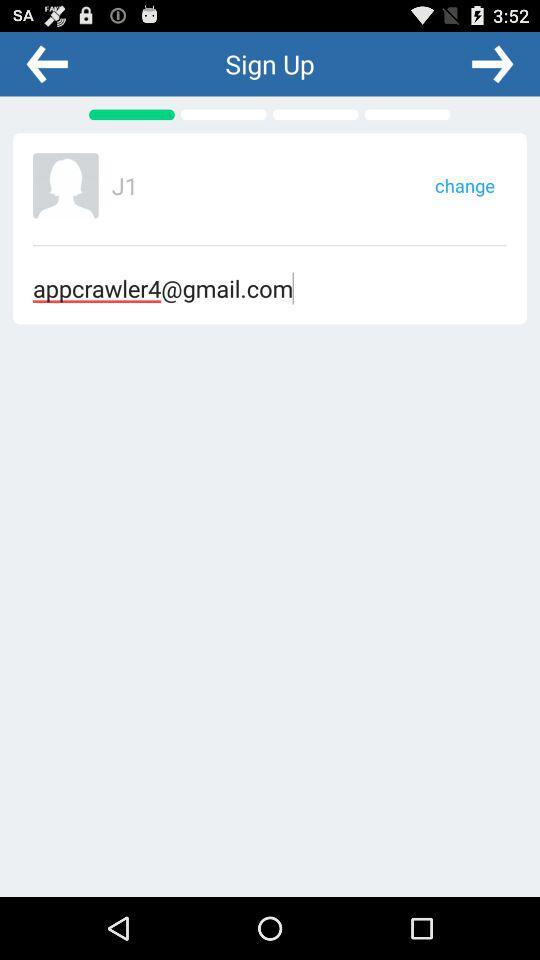  Describe the element at coordinates (491, 63) in the screenshot. I see `go forward a page` at that location.